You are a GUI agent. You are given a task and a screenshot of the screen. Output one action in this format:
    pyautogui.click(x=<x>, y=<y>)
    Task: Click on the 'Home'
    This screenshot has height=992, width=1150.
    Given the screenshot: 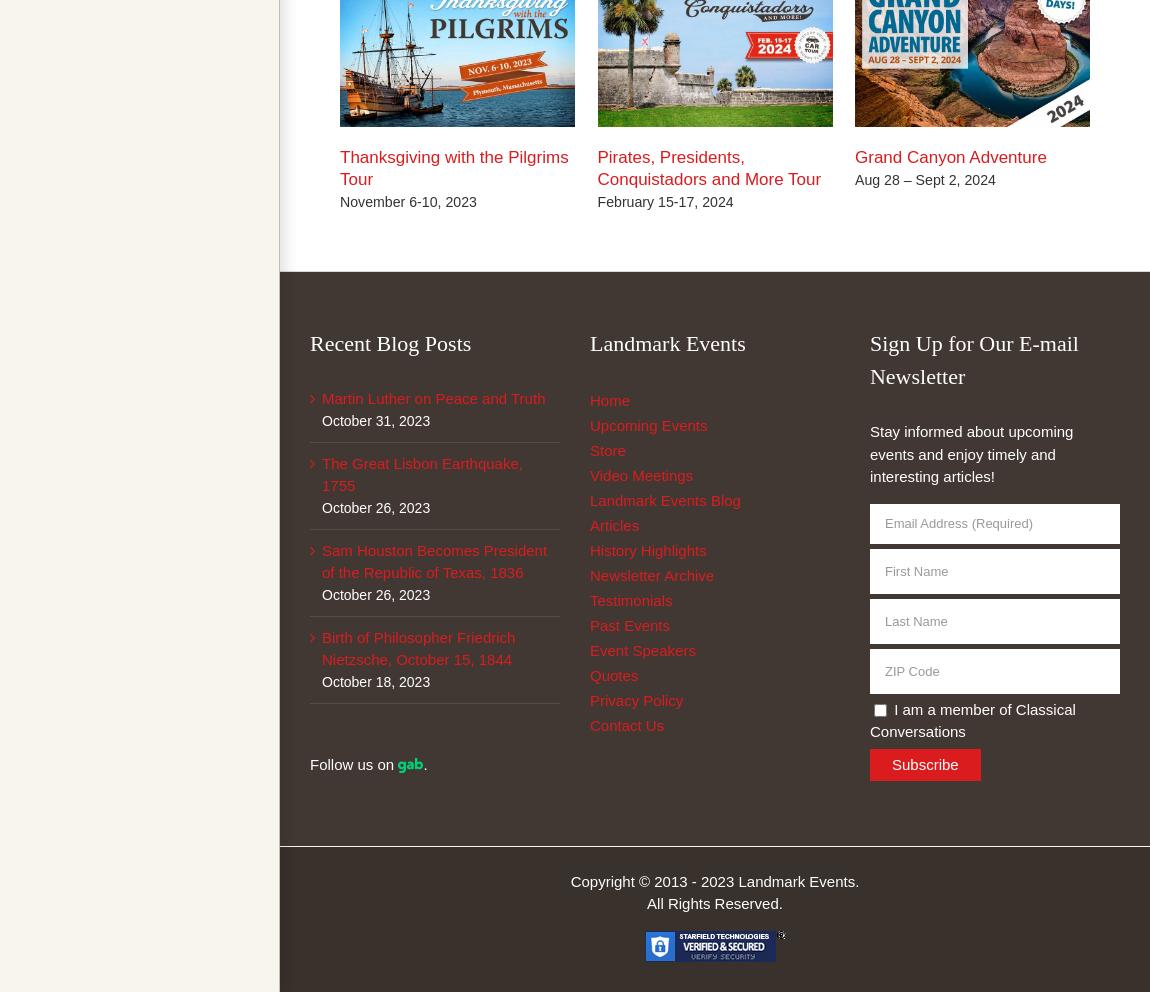 What is the action you would take?
    pyautogui.click(x=608, y=400)
    